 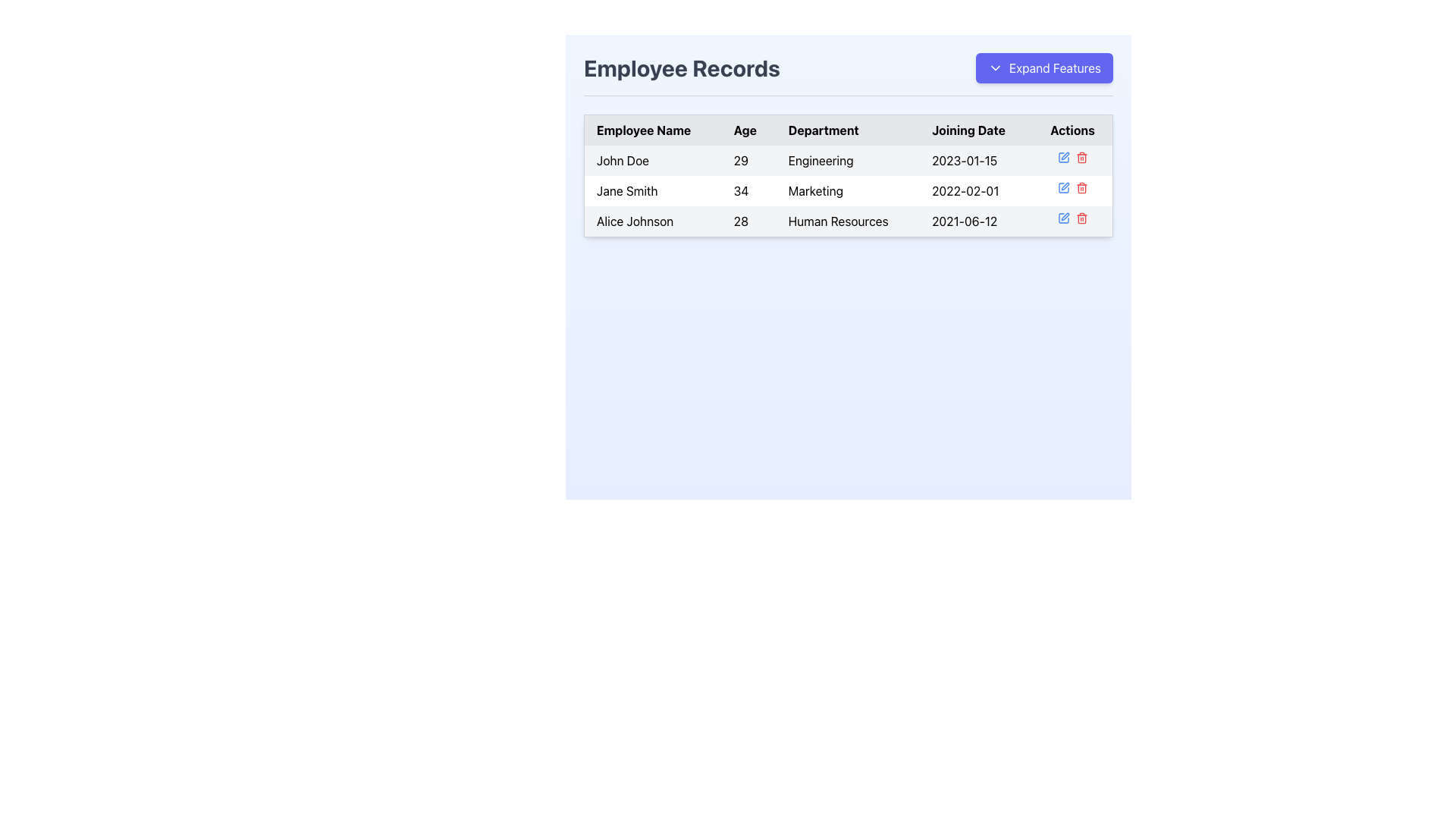 I want to click on the editing button located in the 'Actions' column of the first row of the 'Employee Records' table to initiate the editing process, so click(x=1062, y=158).